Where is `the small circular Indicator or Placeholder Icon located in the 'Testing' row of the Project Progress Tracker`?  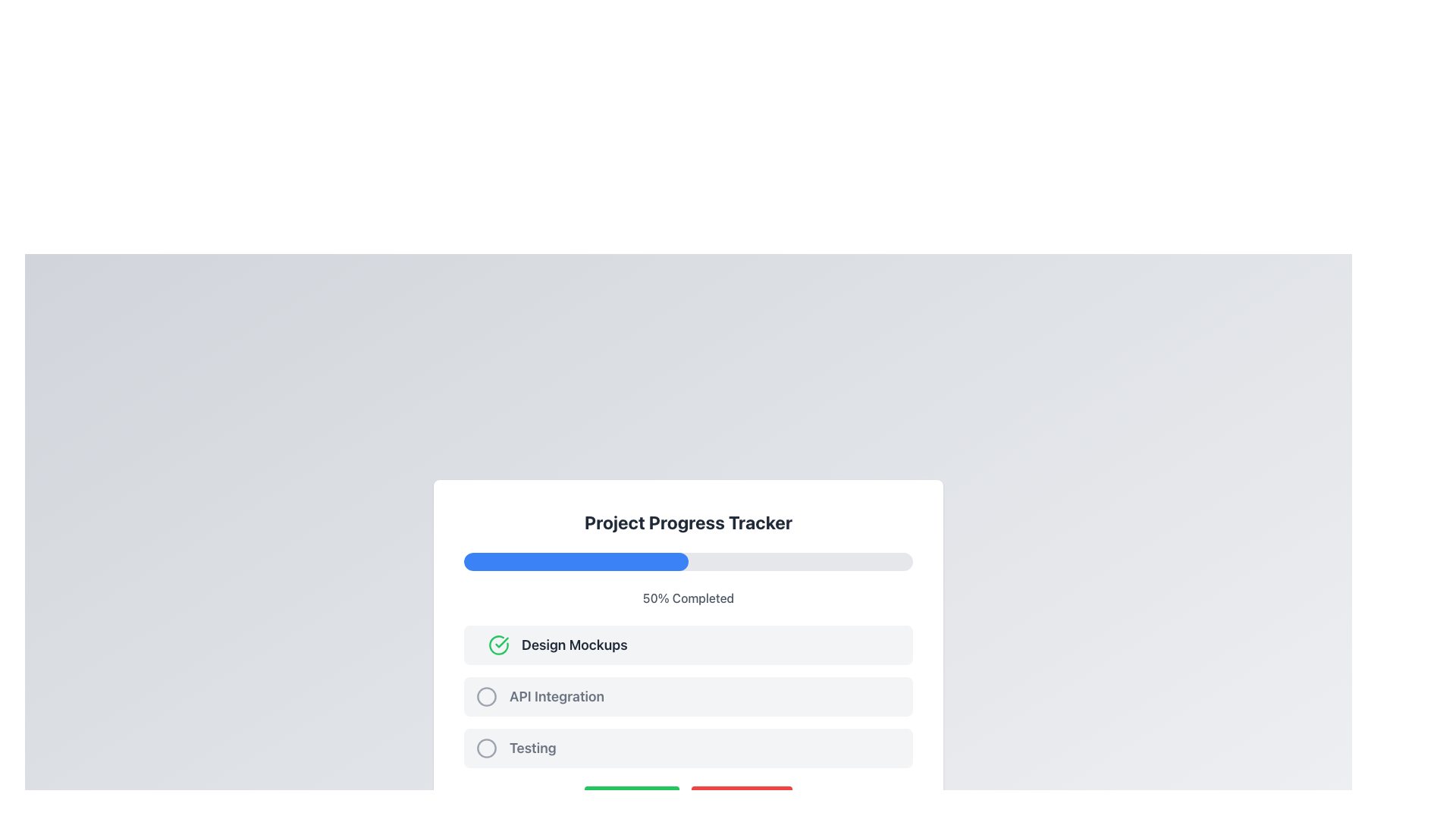
the small circular Indicator or Placeholder Icon located in the 'Testing' row of the Project Progress Tracker is located at coordinates (487, 748).